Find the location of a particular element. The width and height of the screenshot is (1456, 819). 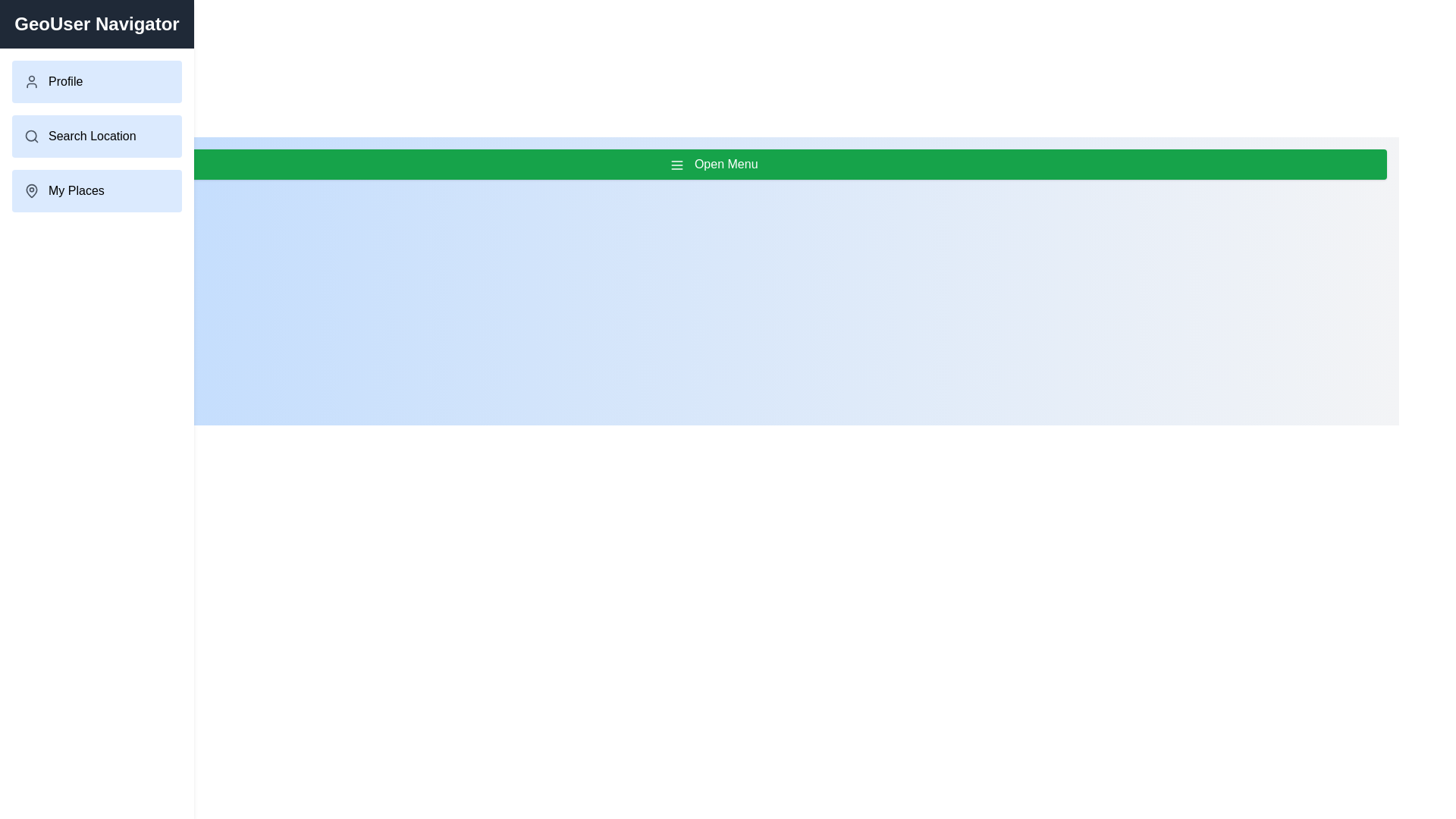

the menu item Search Location from the GeoUserDrawer is located at coordinates (96, 136).